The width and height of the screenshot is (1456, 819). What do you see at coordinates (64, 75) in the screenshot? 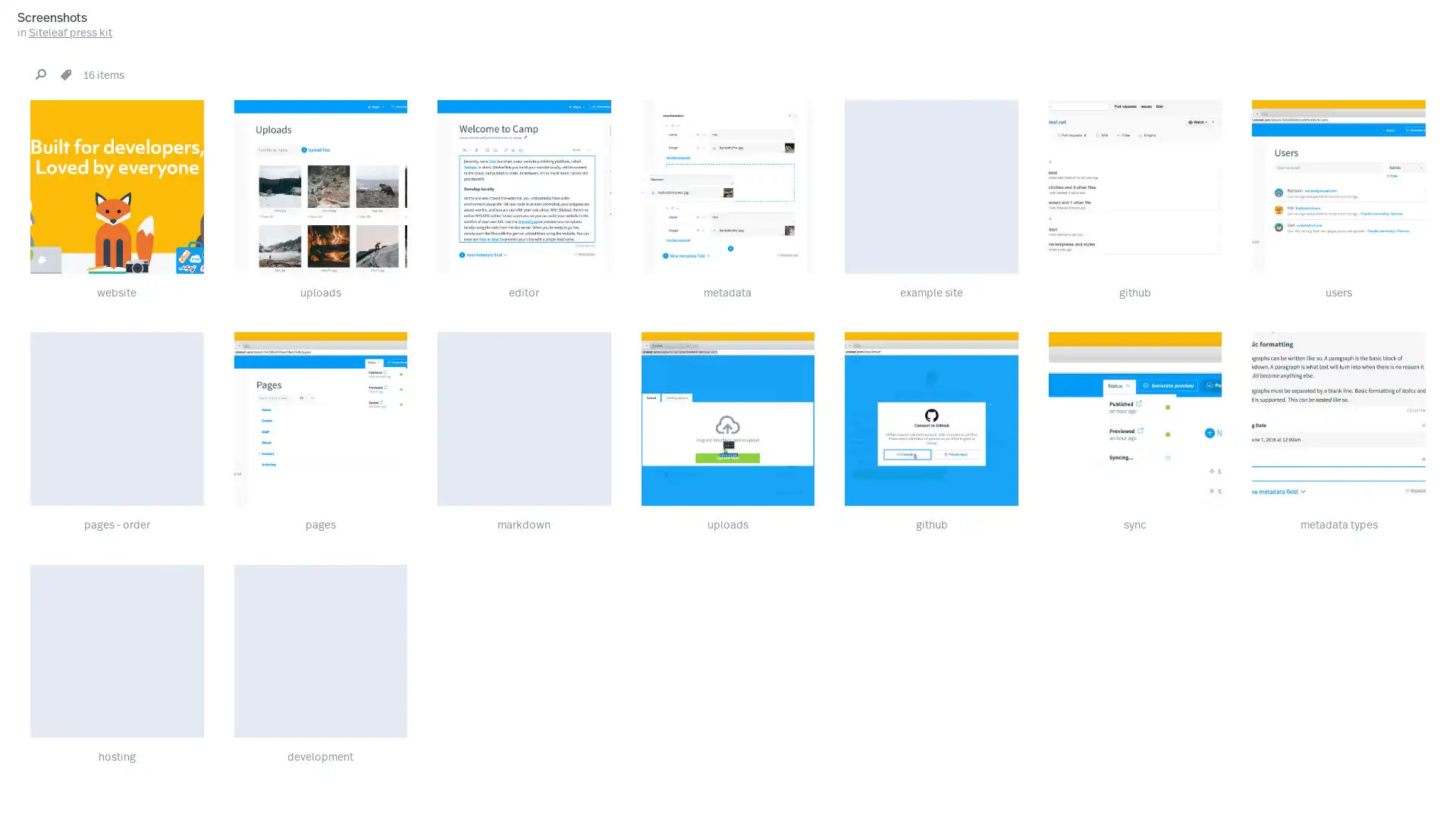
I see `tags` at bounding box center [64, 75].